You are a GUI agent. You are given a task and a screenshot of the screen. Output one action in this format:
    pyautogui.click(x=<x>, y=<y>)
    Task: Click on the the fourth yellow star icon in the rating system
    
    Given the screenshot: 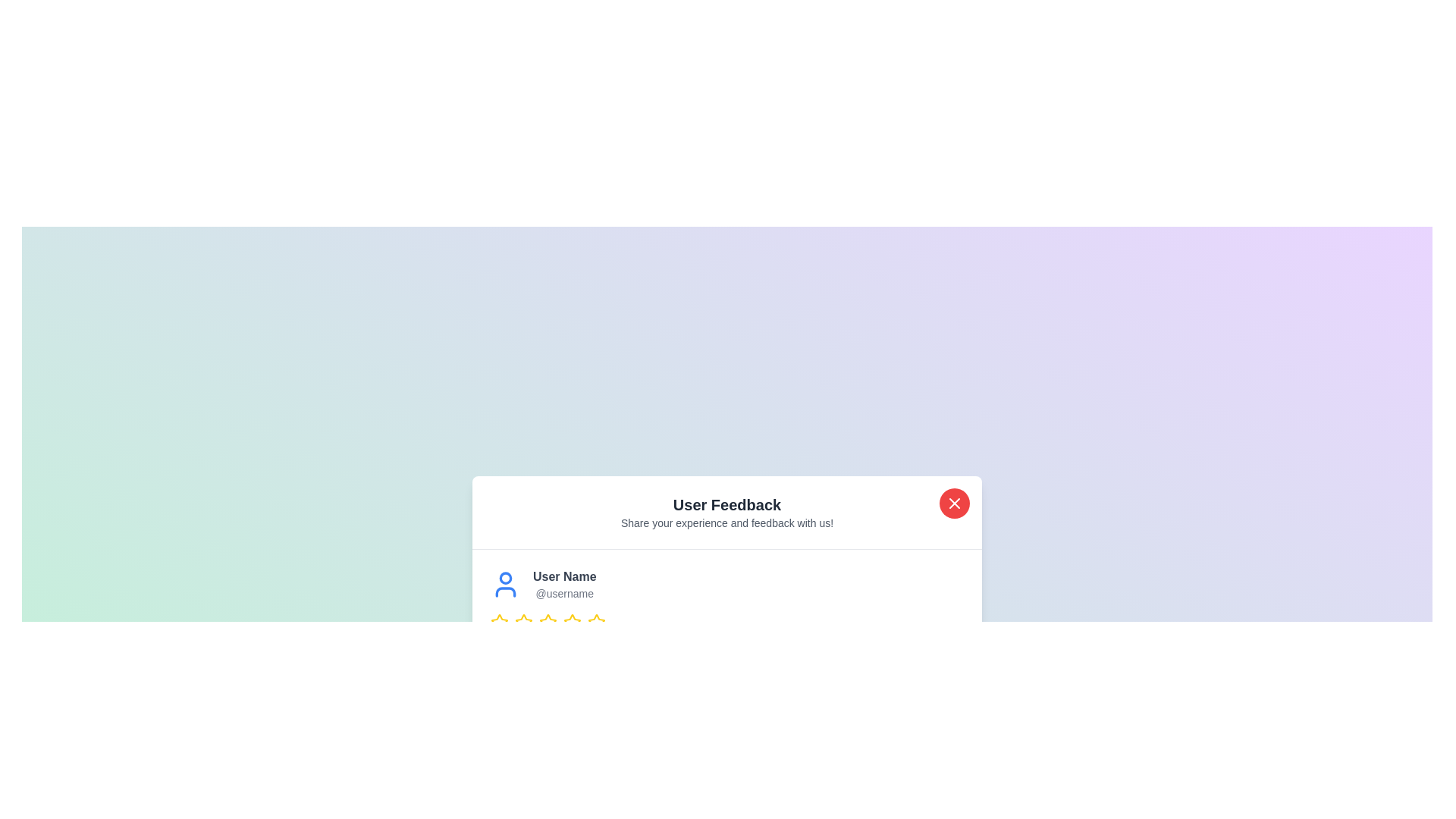 What is the action you would take?
    pyautogui.click(x=571, y=622)
    